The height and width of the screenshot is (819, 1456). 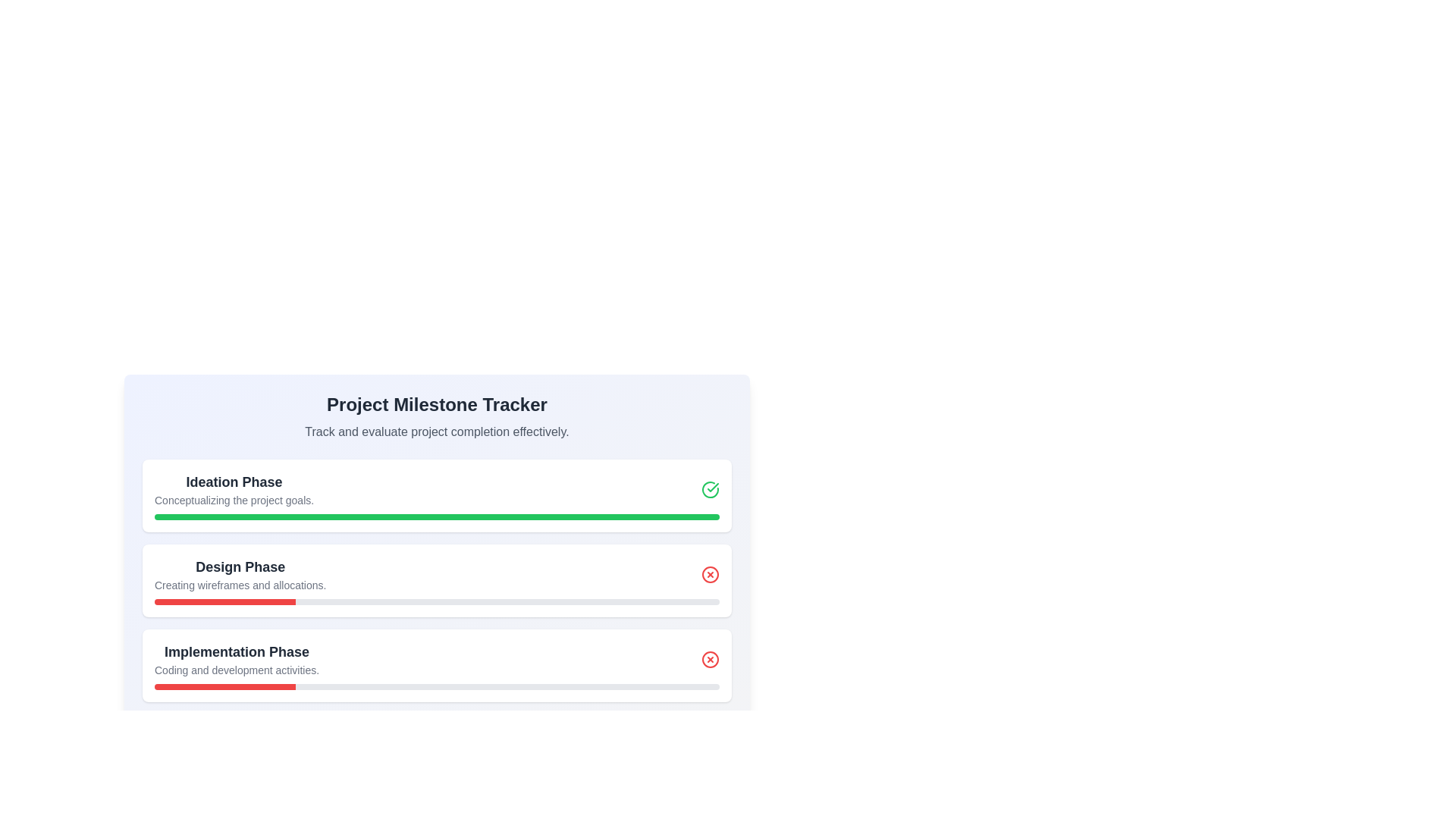 What do you see at coordinates (436, 687) in the screenshot?
I see `the bottom-most progress bar, which has a gray background and a partially filled red bar, located under the 'Implementation Phase' text` at bounding box center [436, 687].